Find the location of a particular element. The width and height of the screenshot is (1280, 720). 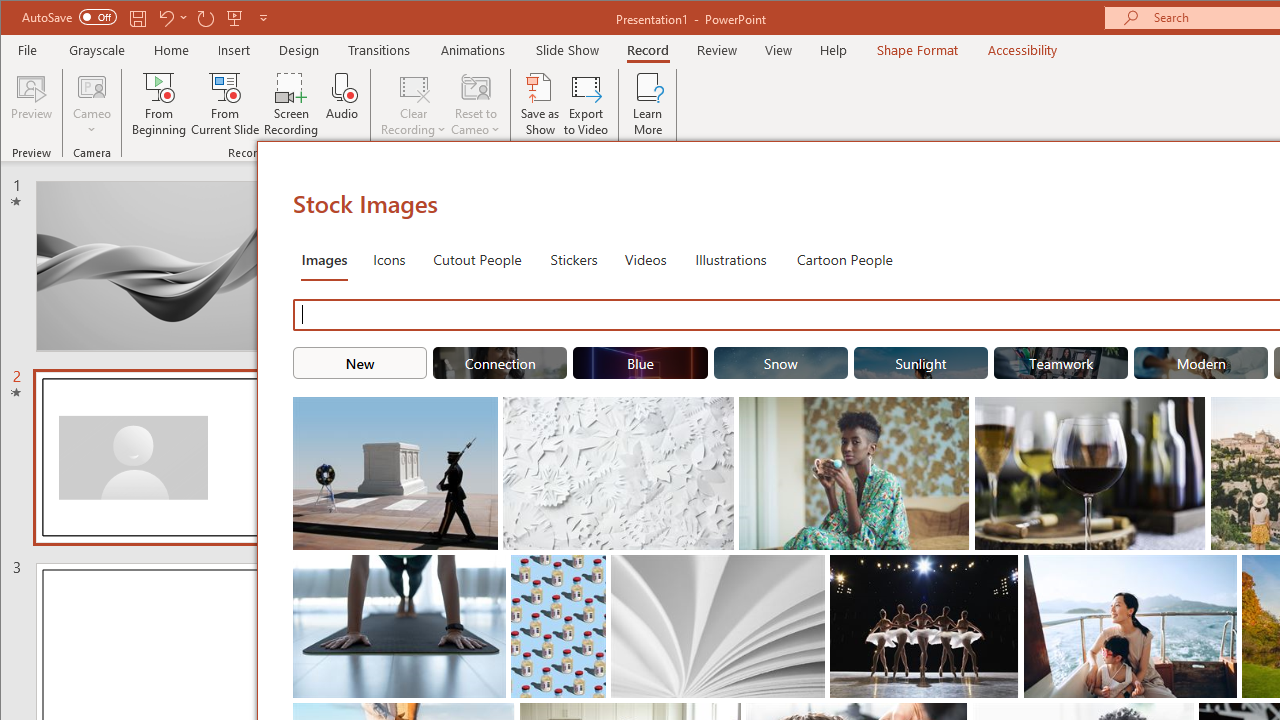

'"New" Stock Images.' is located at coordinates (360, 362).